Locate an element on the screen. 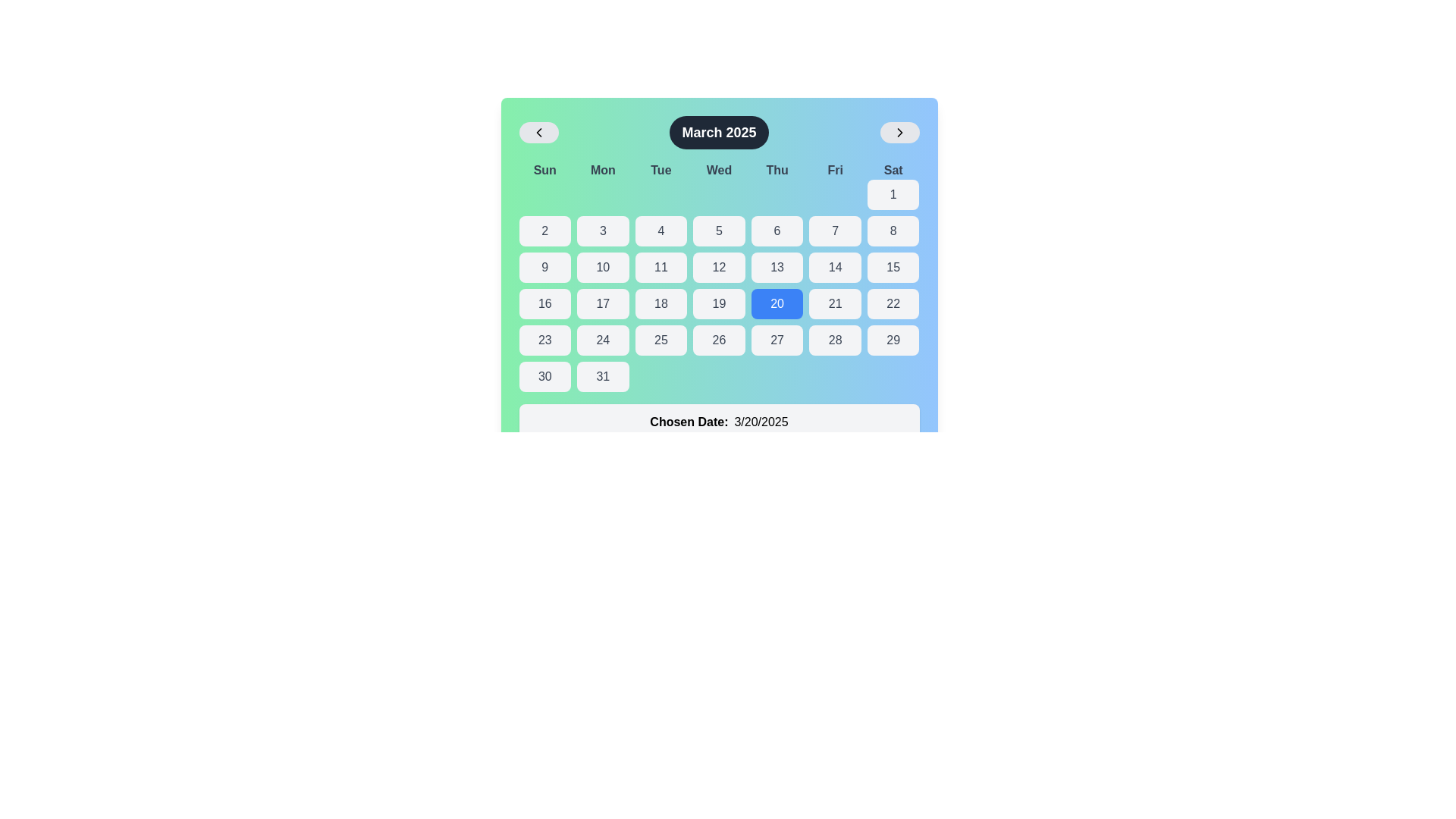 Image resolution: width=1456 pixels, height=819 pixels. the rounded rectangular button displaying the number '7' in the first row, sixth column of the calendar grid is located at coordinates (834, 231).